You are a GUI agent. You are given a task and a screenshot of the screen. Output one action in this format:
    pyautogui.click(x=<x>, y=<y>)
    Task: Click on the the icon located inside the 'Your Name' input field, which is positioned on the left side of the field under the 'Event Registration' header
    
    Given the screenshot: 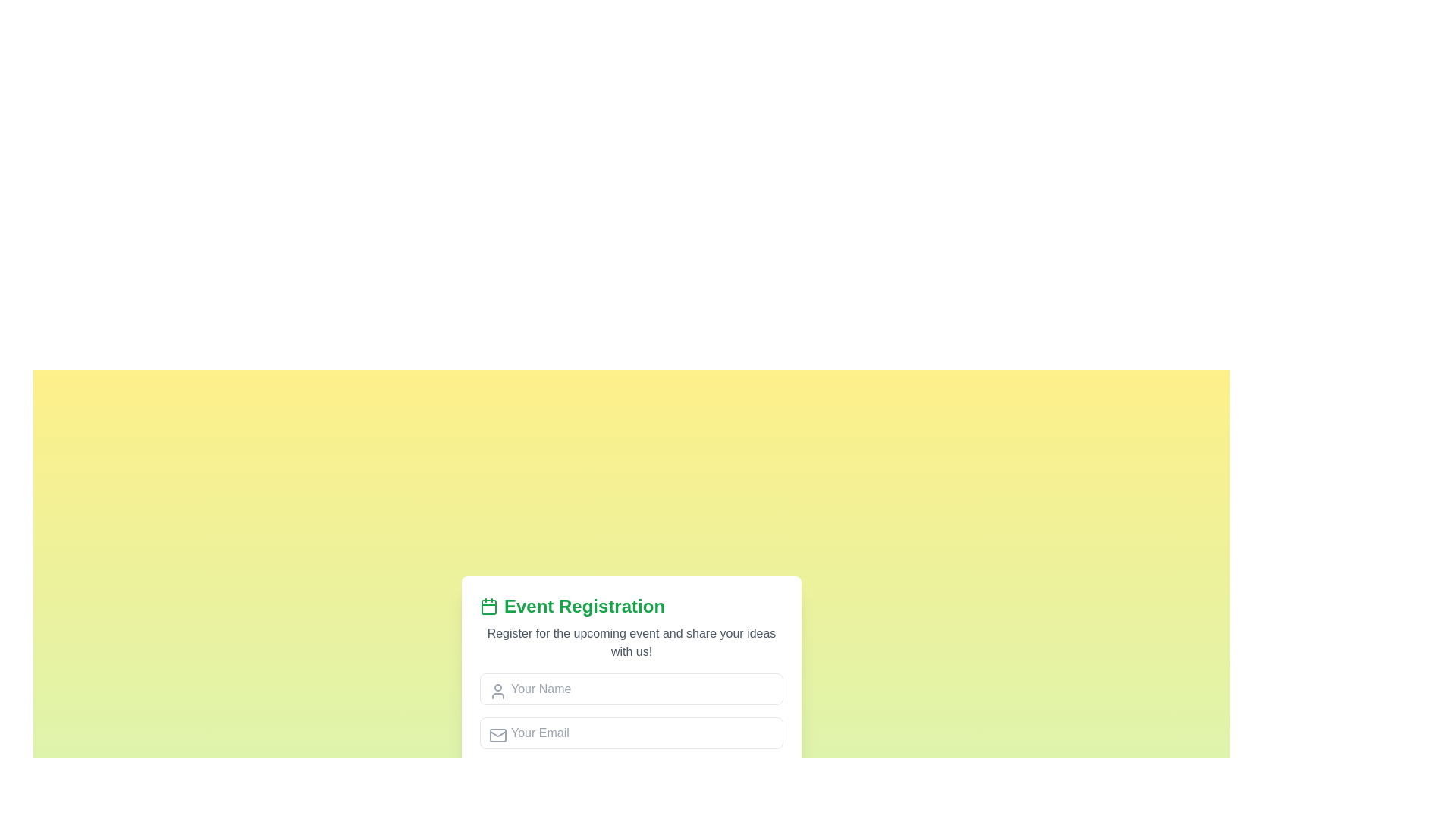 What is the action you would take?
    pyautogui.click(x=498, y=690)
    